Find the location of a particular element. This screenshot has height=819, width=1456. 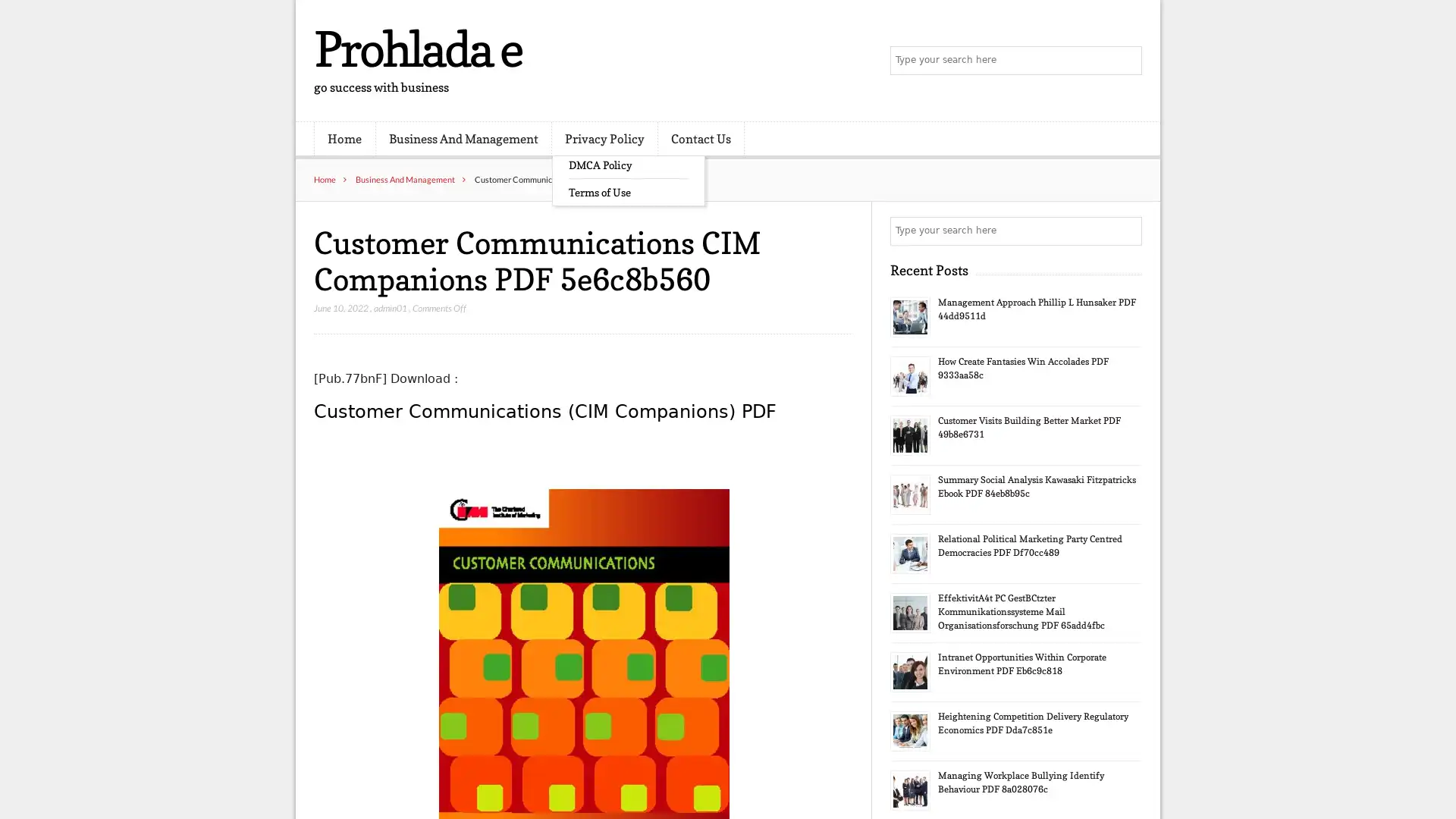

Search is located at coordinates (1126, 231).